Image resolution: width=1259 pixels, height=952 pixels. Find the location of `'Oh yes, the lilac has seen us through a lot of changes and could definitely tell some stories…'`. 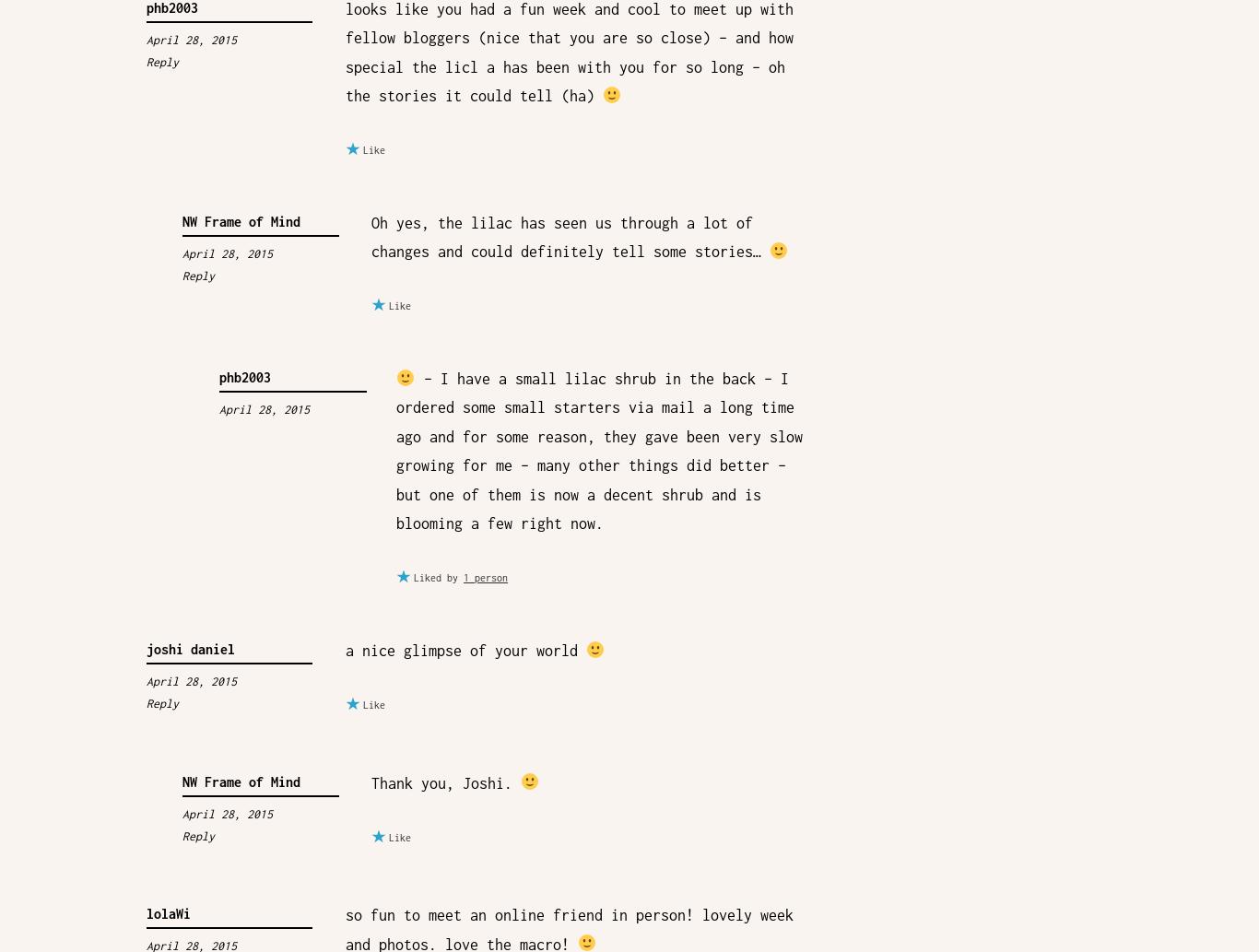

'Oh yes, the lilac has seen us through a lot of changes and could definitely tell some stories…' is located at coordinates (568, 236).